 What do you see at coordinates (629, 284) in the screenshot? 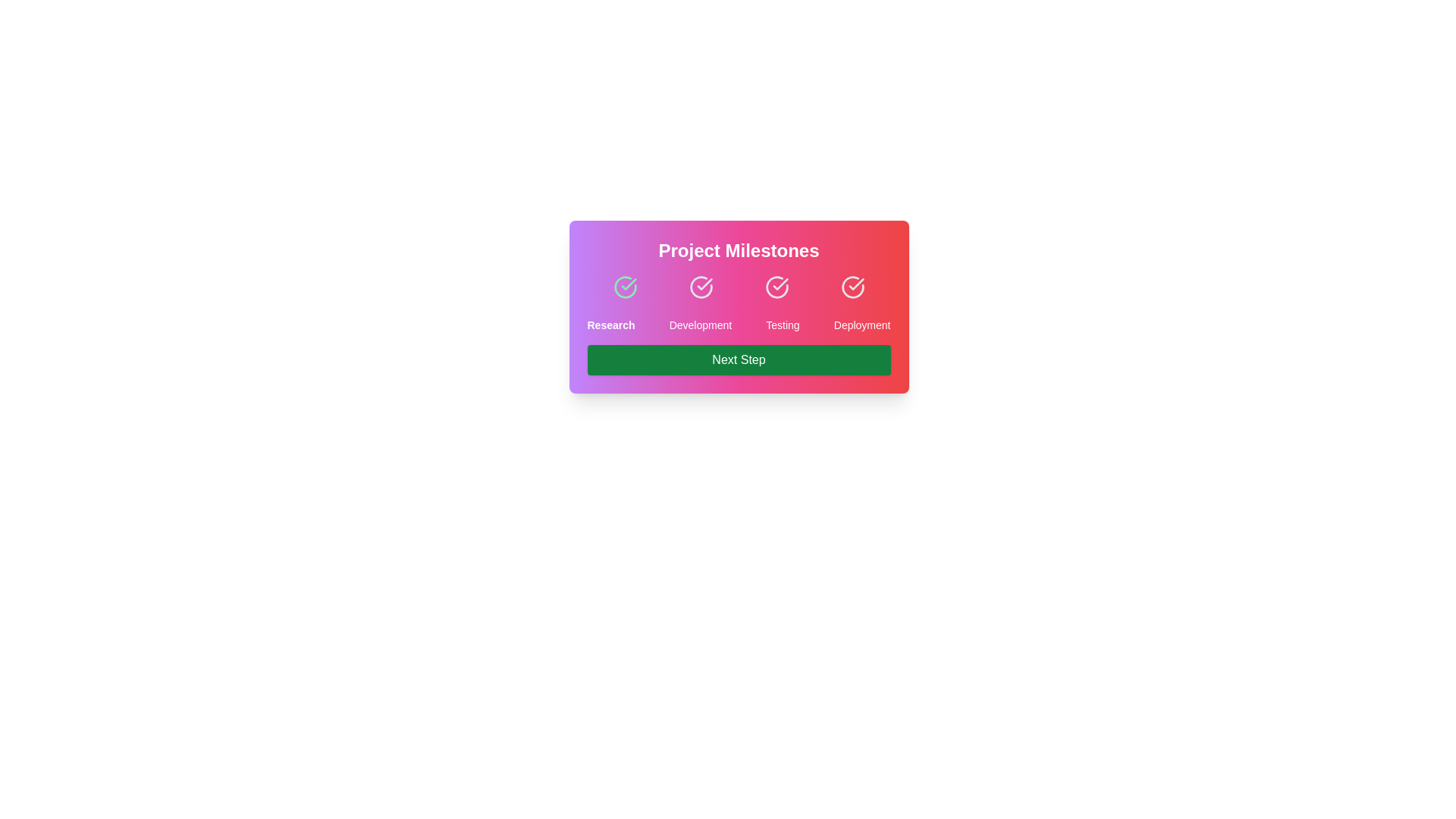
I see `the leftmost checkmark icon within the circular boundary, which is styled with a thin line and green color, signaling a completed status, located directly above the text 'Research' in the 'Project Milestones' card` at bounding box center [629, 284].